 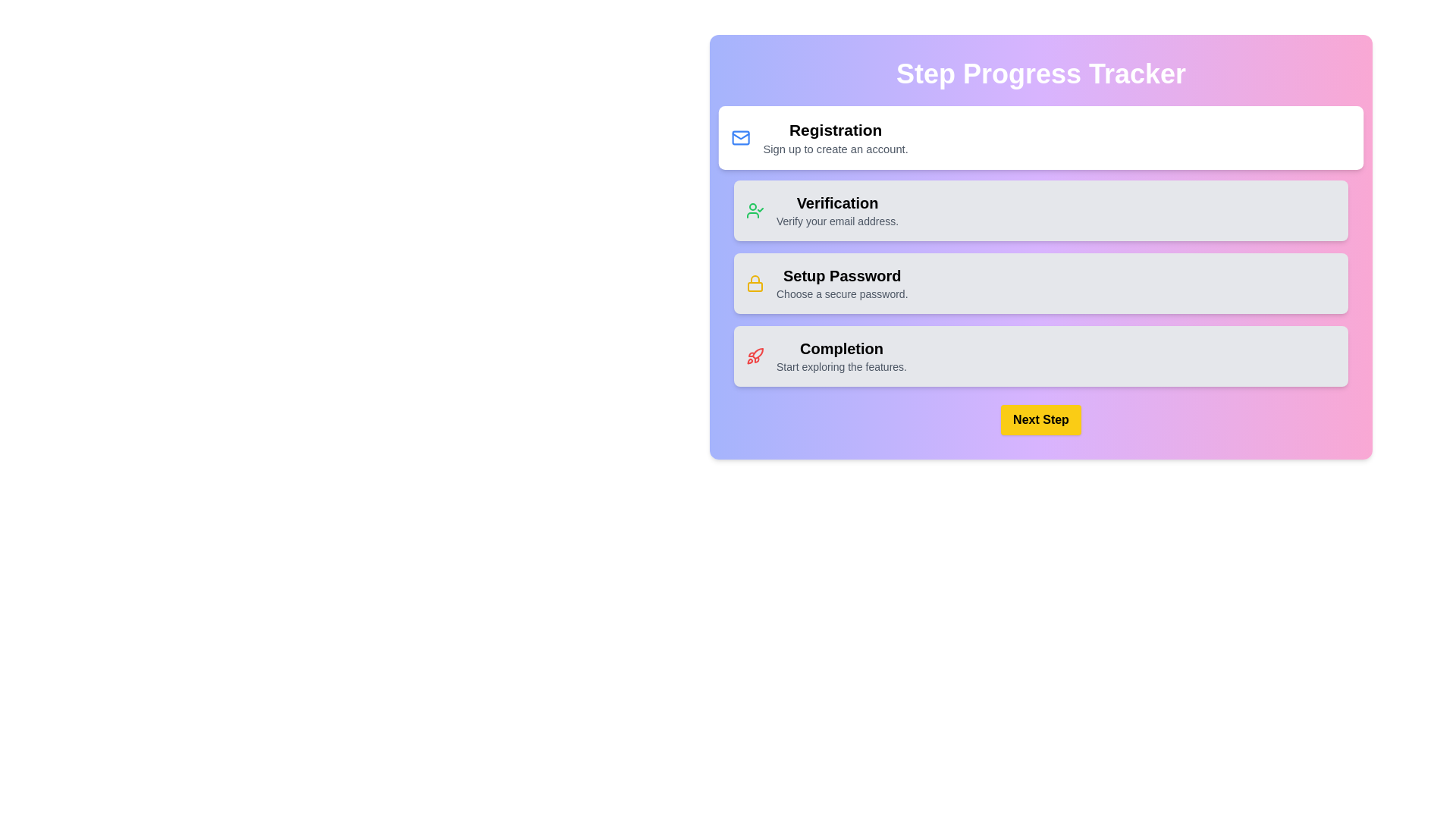 What do you see at coordinates (835, 129) in the screenshot?
I see `text of the 'Registration' header, which is styled in bold and larger font size, indicating high importance, located at the top of the step progress tracker` at bounding box center [835, 129].